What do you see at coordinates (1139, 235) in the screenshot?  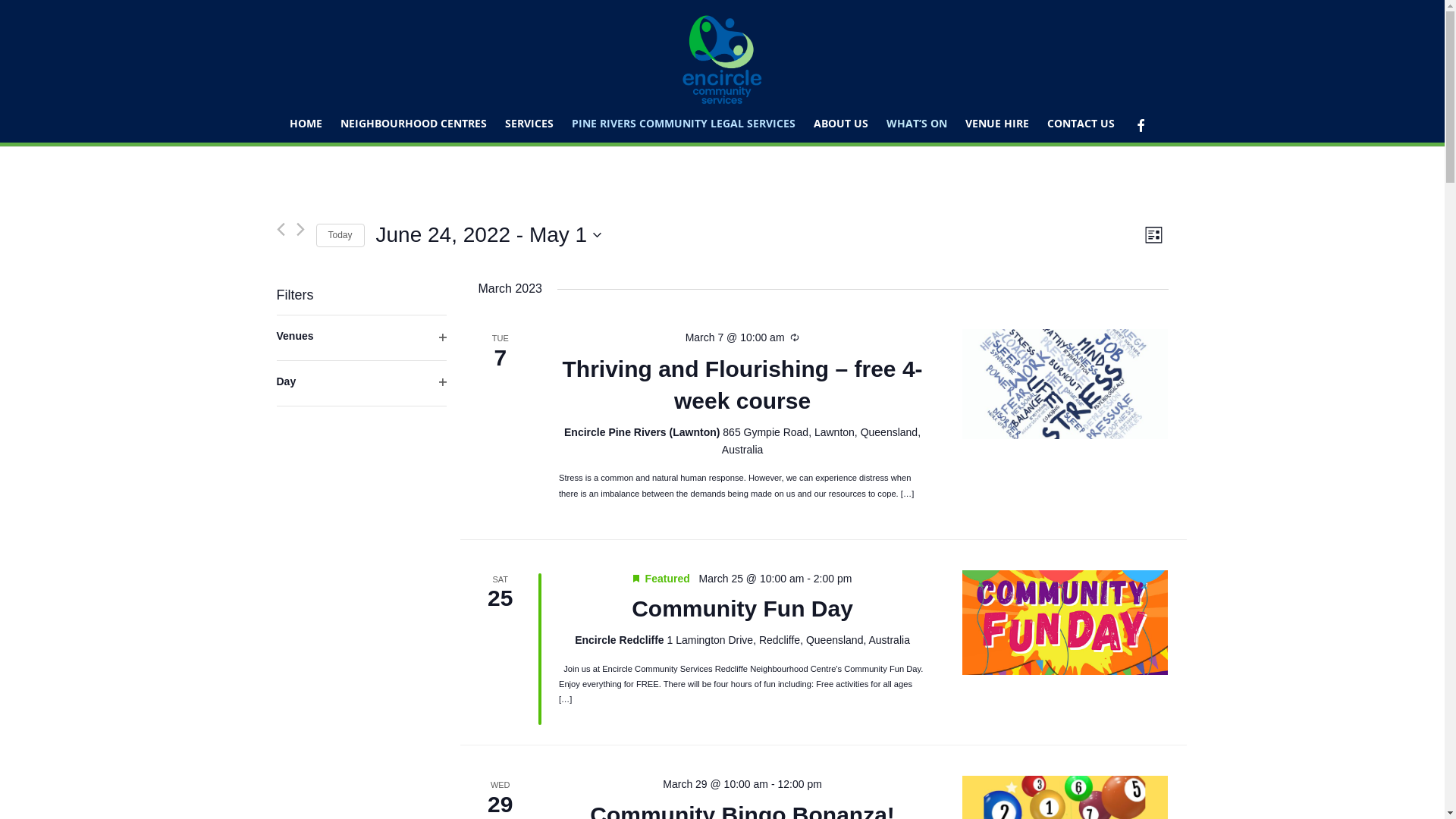 I see `'List'` at bounding box center [1139, 235].